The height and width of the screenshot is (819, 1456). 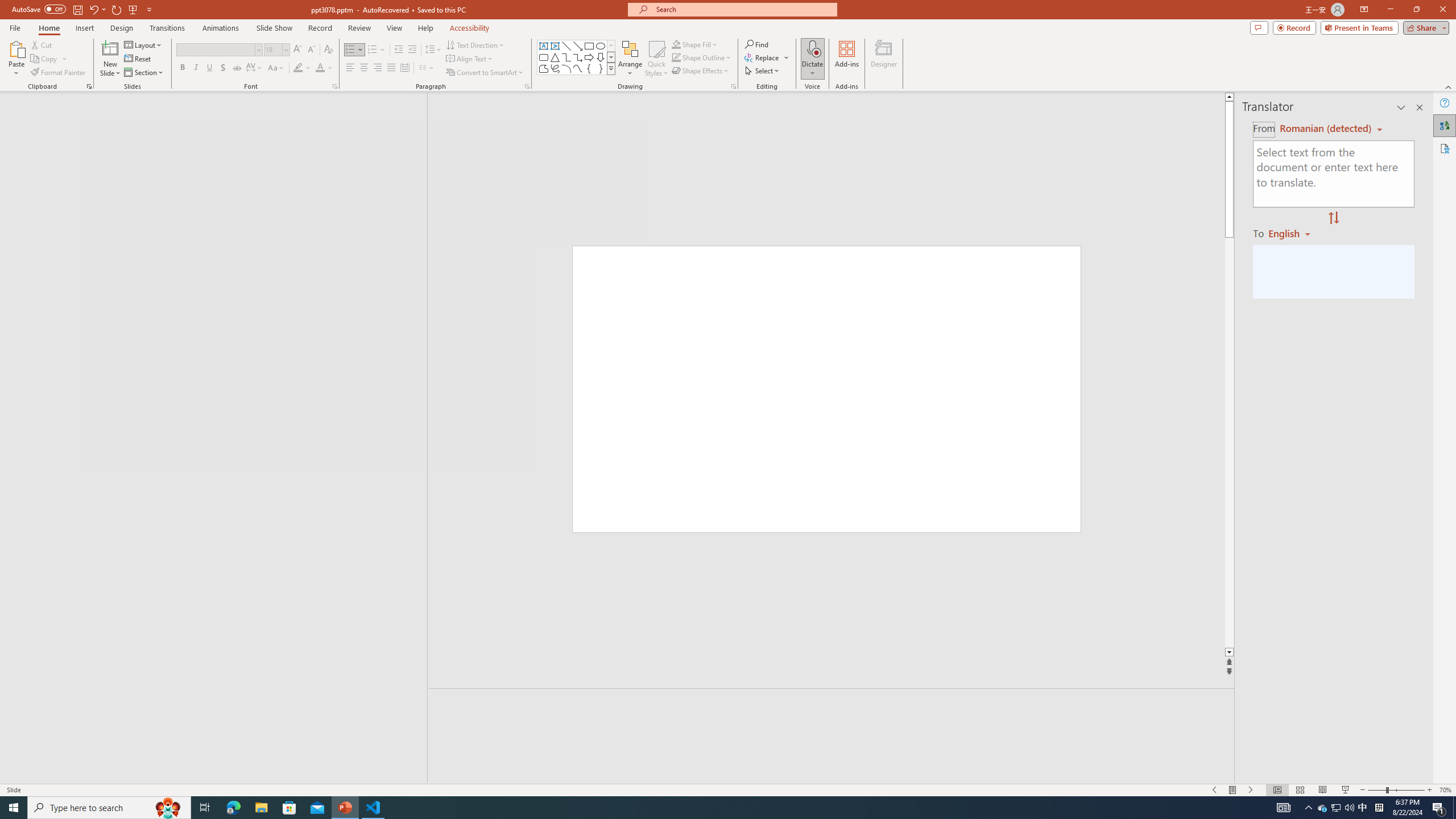 What do you see at coordinates (1251, 790) in the screenshot?
I see `'Slide Show Next On'` at bounding box center [1251, 790].